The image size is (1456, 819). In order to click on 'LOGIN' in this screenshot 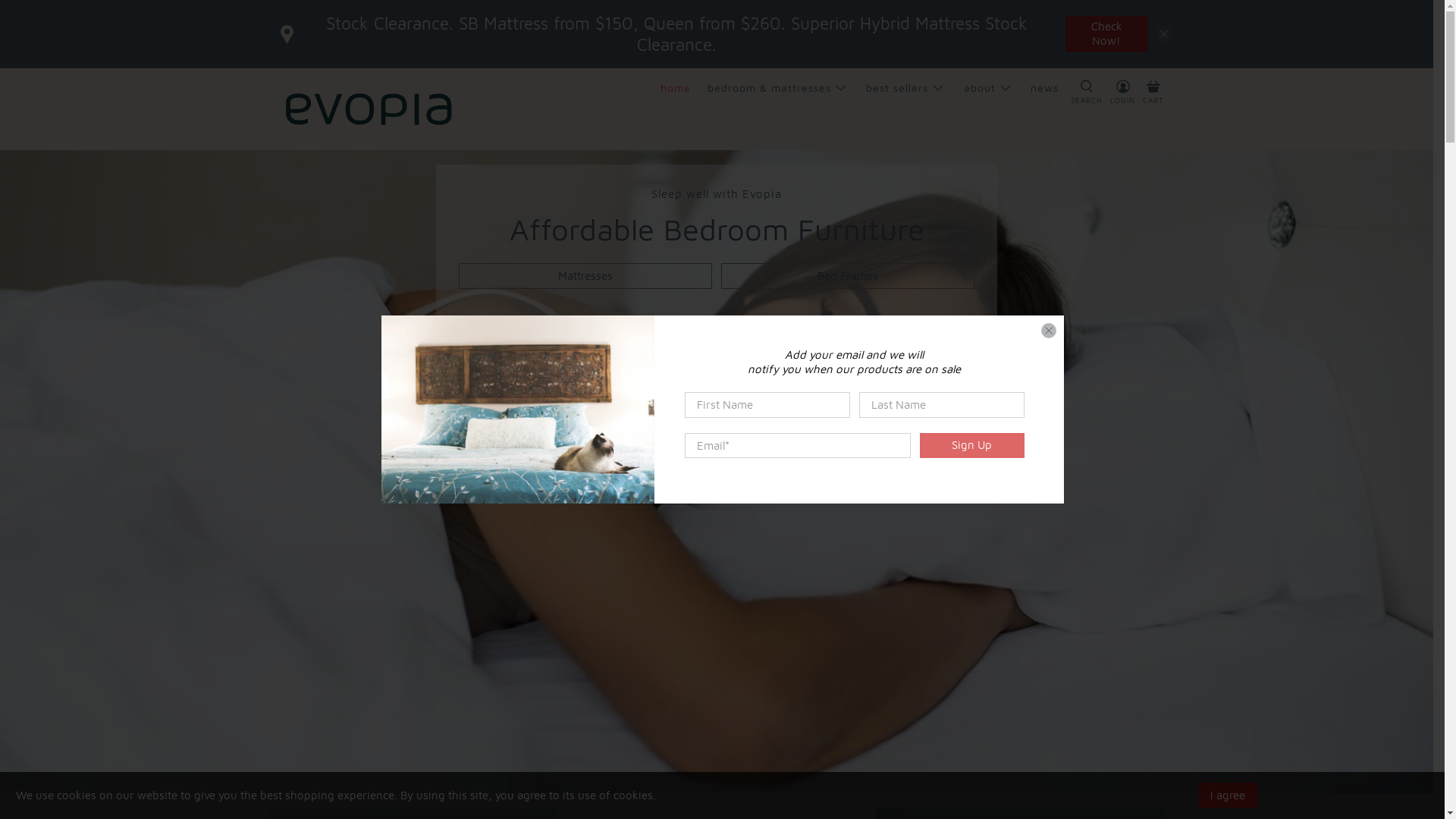, I will do `click(1122, 108)`.